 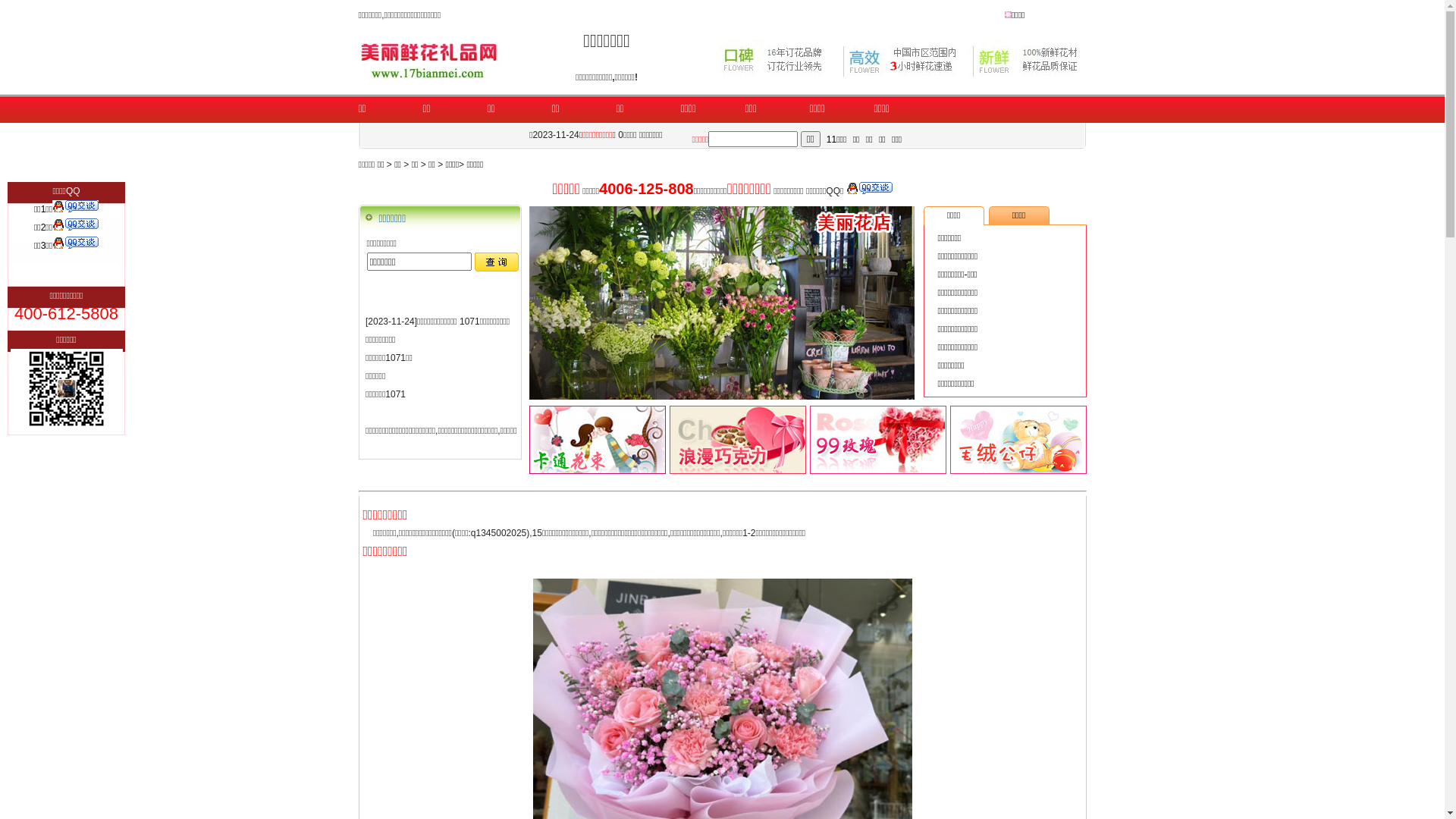 I want to click on 'QQ:1345002025', so click(x=52, y=227).